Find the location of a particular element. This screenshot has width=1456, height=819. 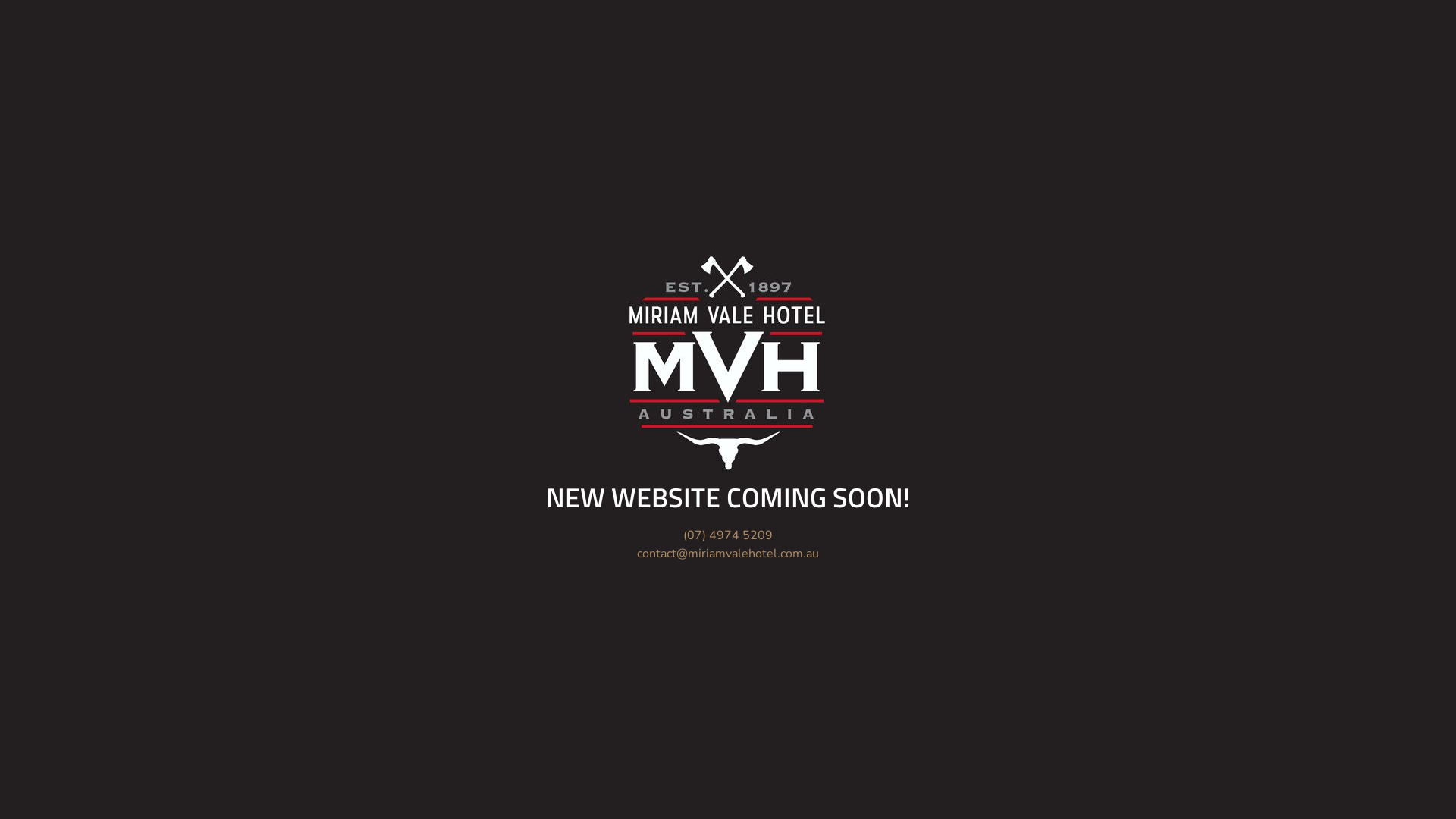

'contact@miriamvalehotel.com.au' is located at coordinates (728, 553).